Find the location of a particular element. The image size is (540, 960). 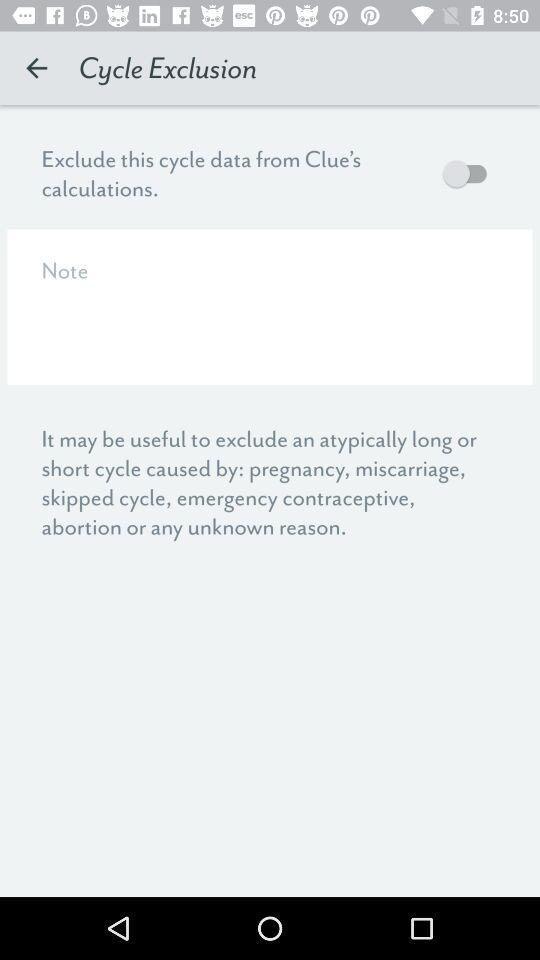

item next to exclude this cycle item is located at coordinates (469, 172).